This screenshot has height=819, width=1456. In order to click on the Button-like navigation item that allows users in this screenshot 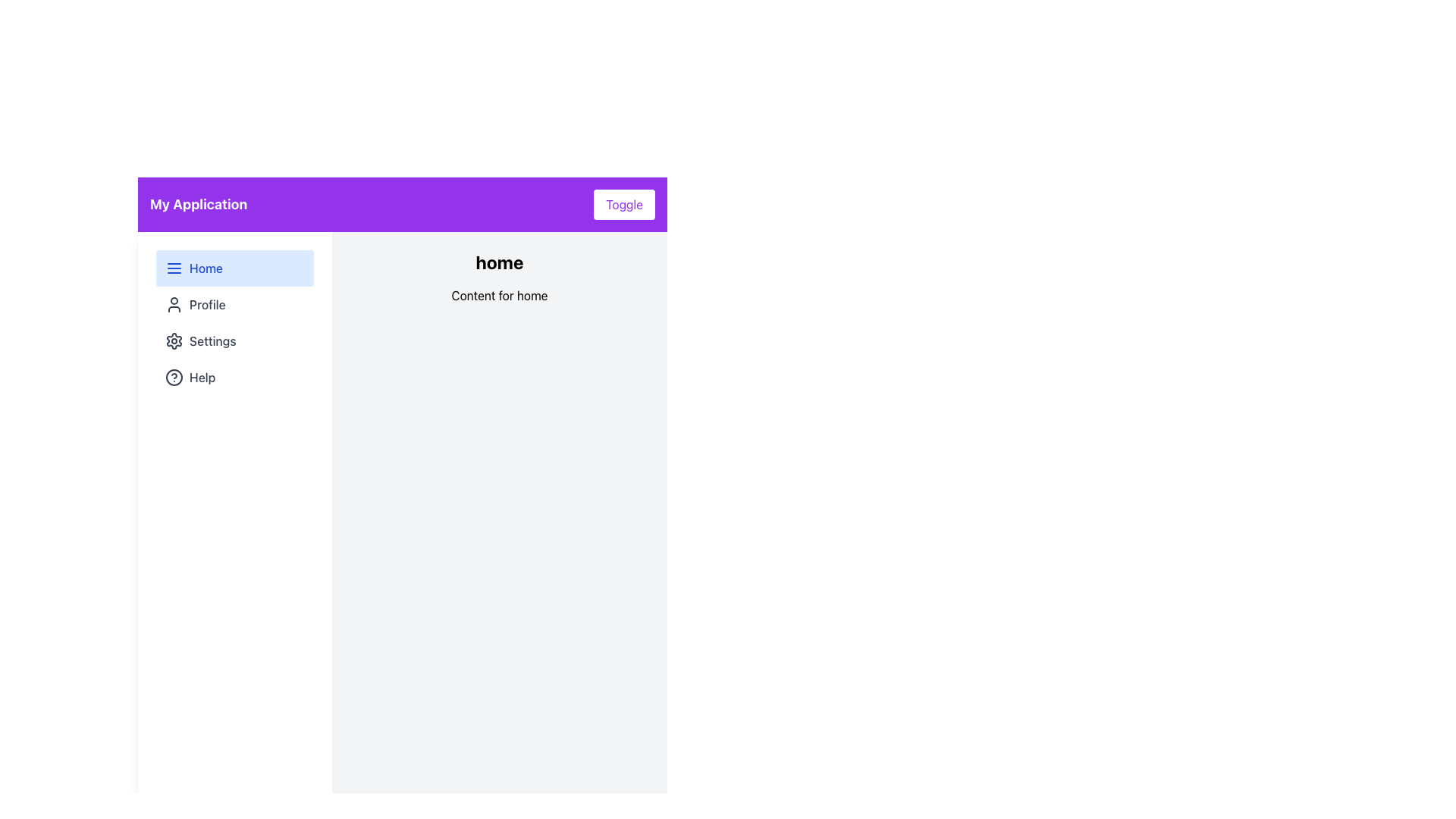, I will do `click(234, 341)`.